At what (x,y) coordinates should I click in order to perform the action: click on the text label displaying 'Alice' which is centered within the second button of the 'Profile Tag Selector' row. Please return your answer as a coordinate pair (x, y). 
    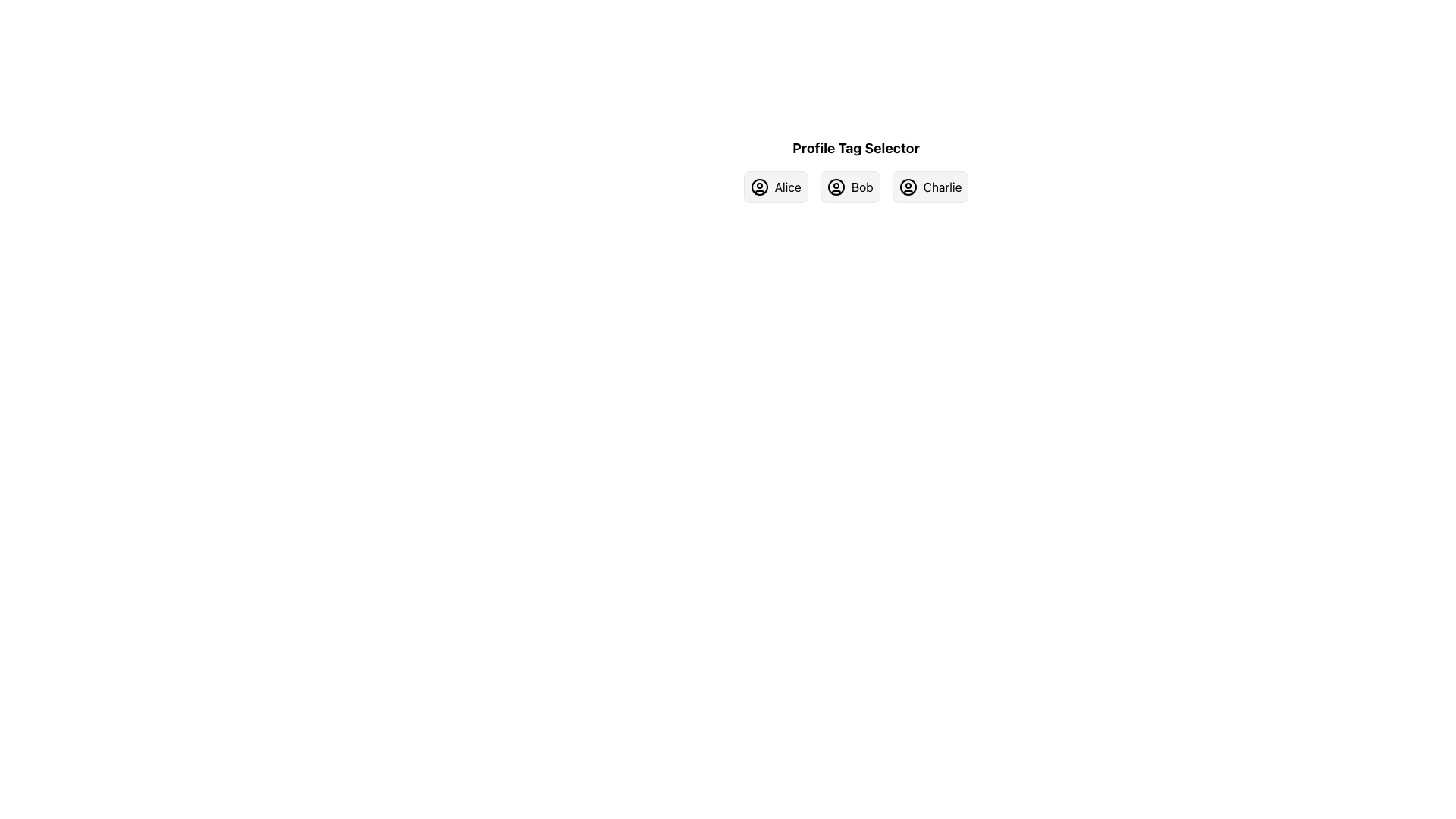
    Looking at the image, I should click on (788, 186).